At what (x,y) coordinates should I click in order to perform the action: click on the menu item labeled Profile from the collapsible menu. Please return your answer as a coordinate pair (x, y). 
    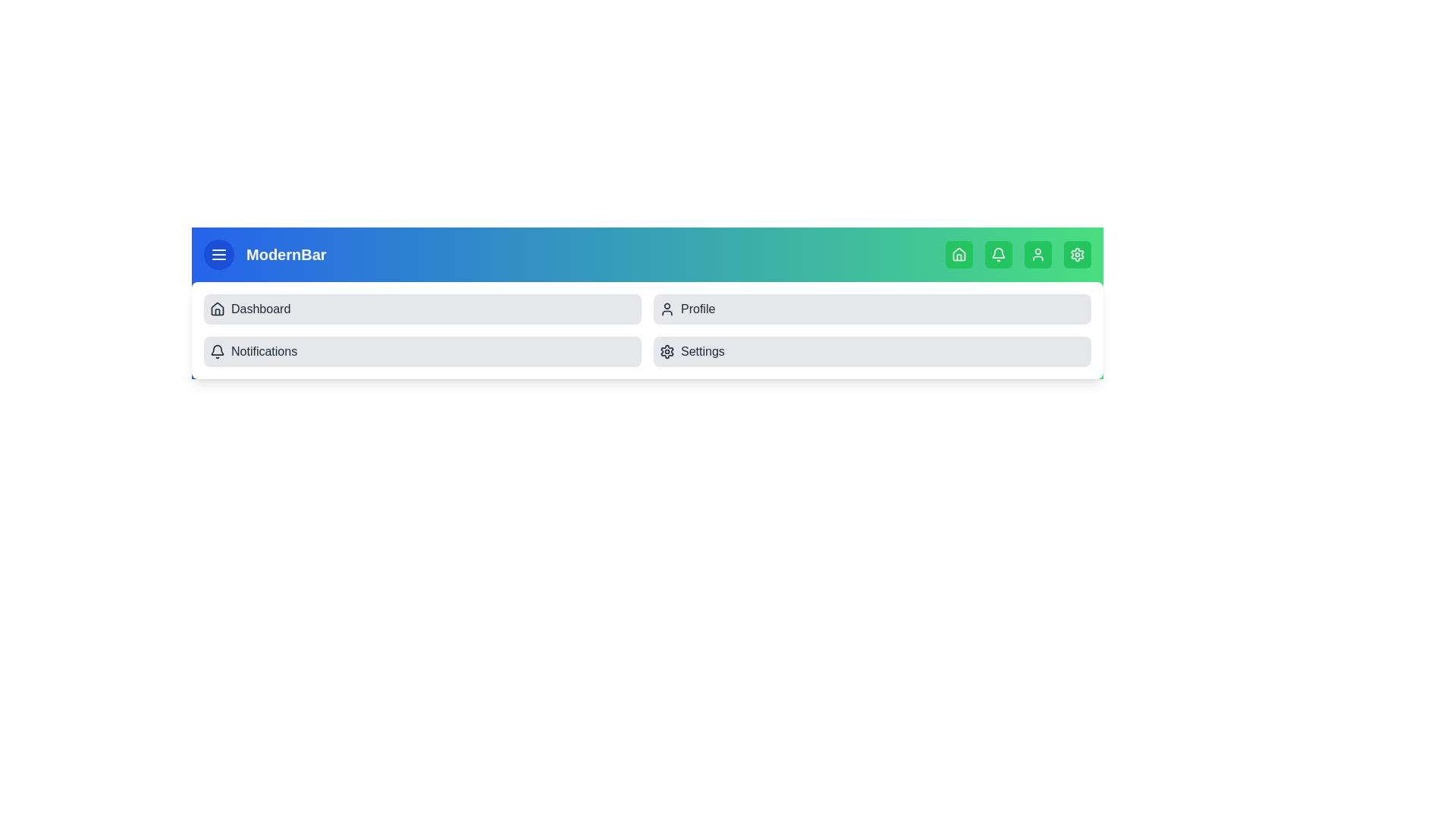
    Looking at the image, I should click on (872, 309).